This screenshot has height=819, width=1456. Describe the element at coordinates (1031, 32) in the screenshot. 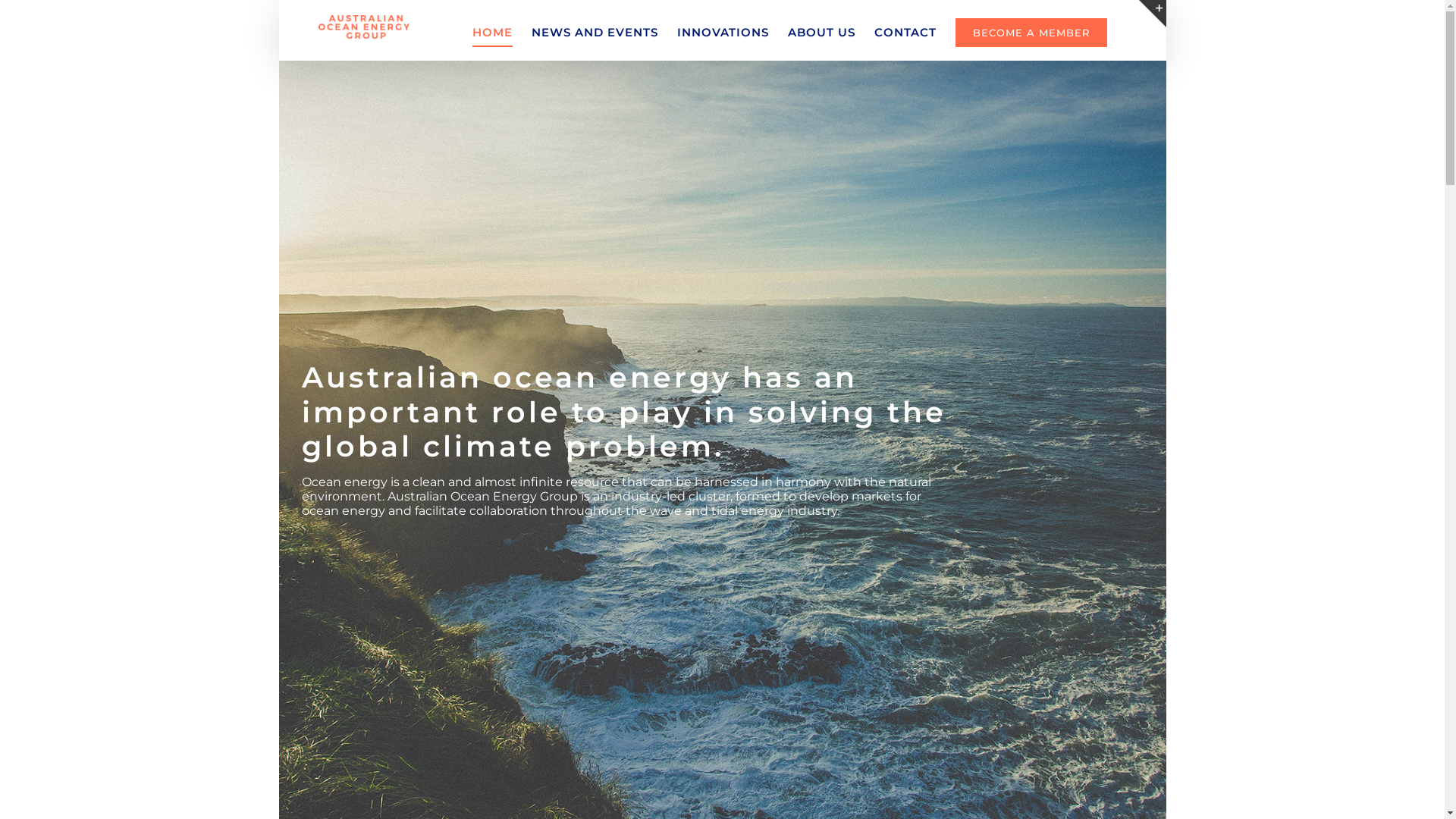

I see `'BECOME A MEMBER'` at that location.